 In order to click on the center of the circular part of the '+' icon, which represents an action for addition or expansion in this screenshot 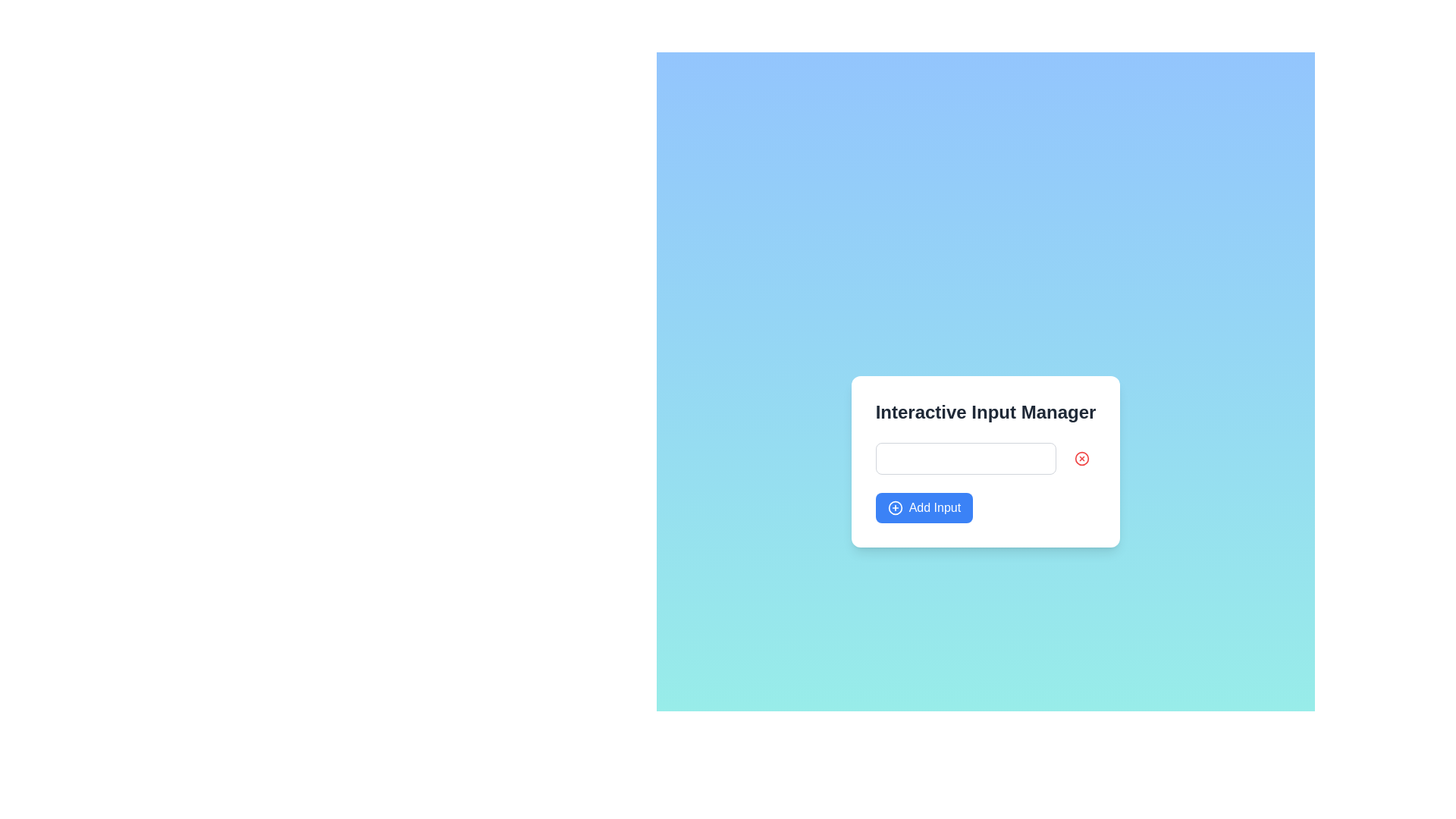, I will do `click(895, 508)`.